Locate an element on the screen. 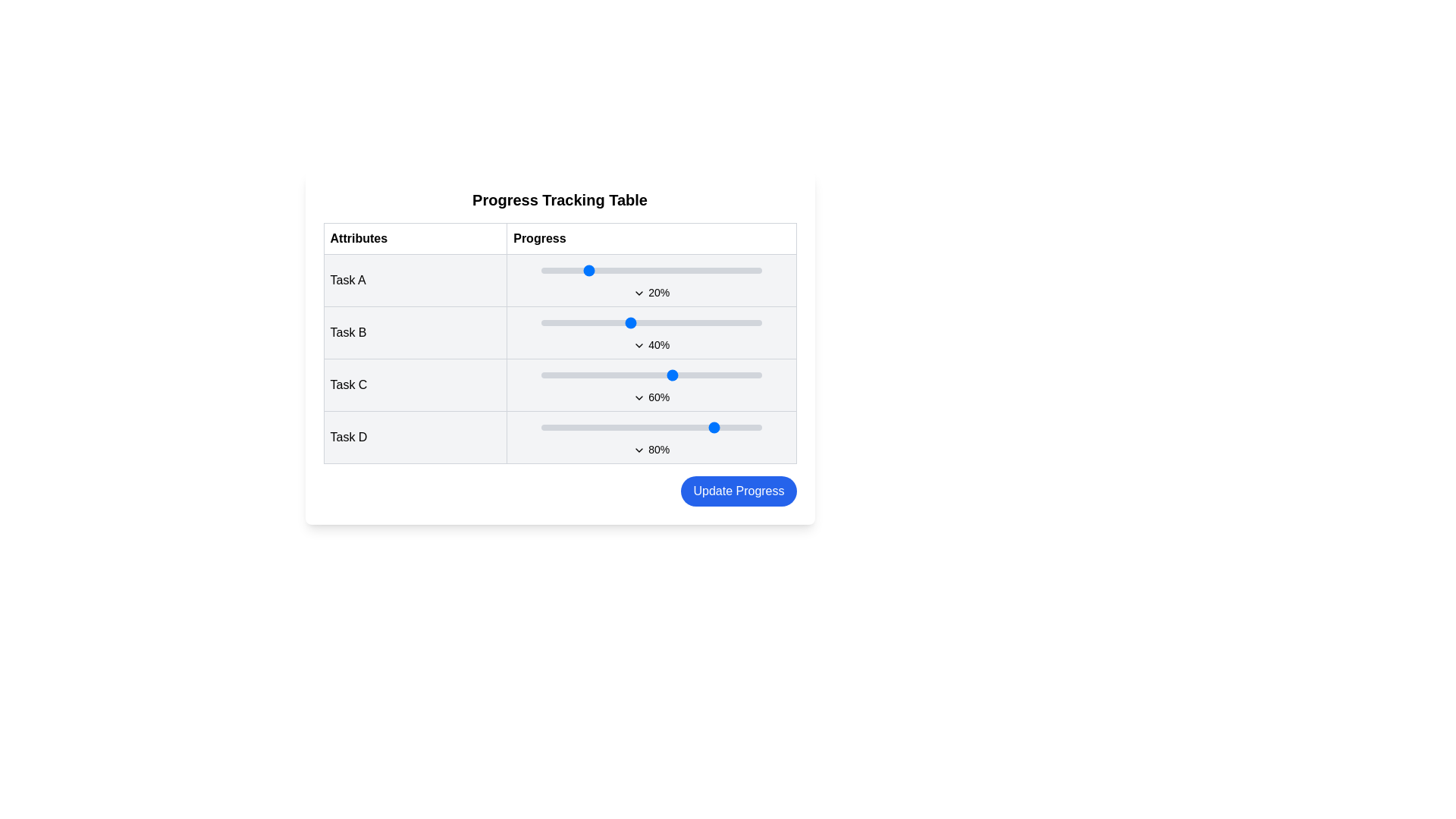  progress is located at coordinates (638, 322).